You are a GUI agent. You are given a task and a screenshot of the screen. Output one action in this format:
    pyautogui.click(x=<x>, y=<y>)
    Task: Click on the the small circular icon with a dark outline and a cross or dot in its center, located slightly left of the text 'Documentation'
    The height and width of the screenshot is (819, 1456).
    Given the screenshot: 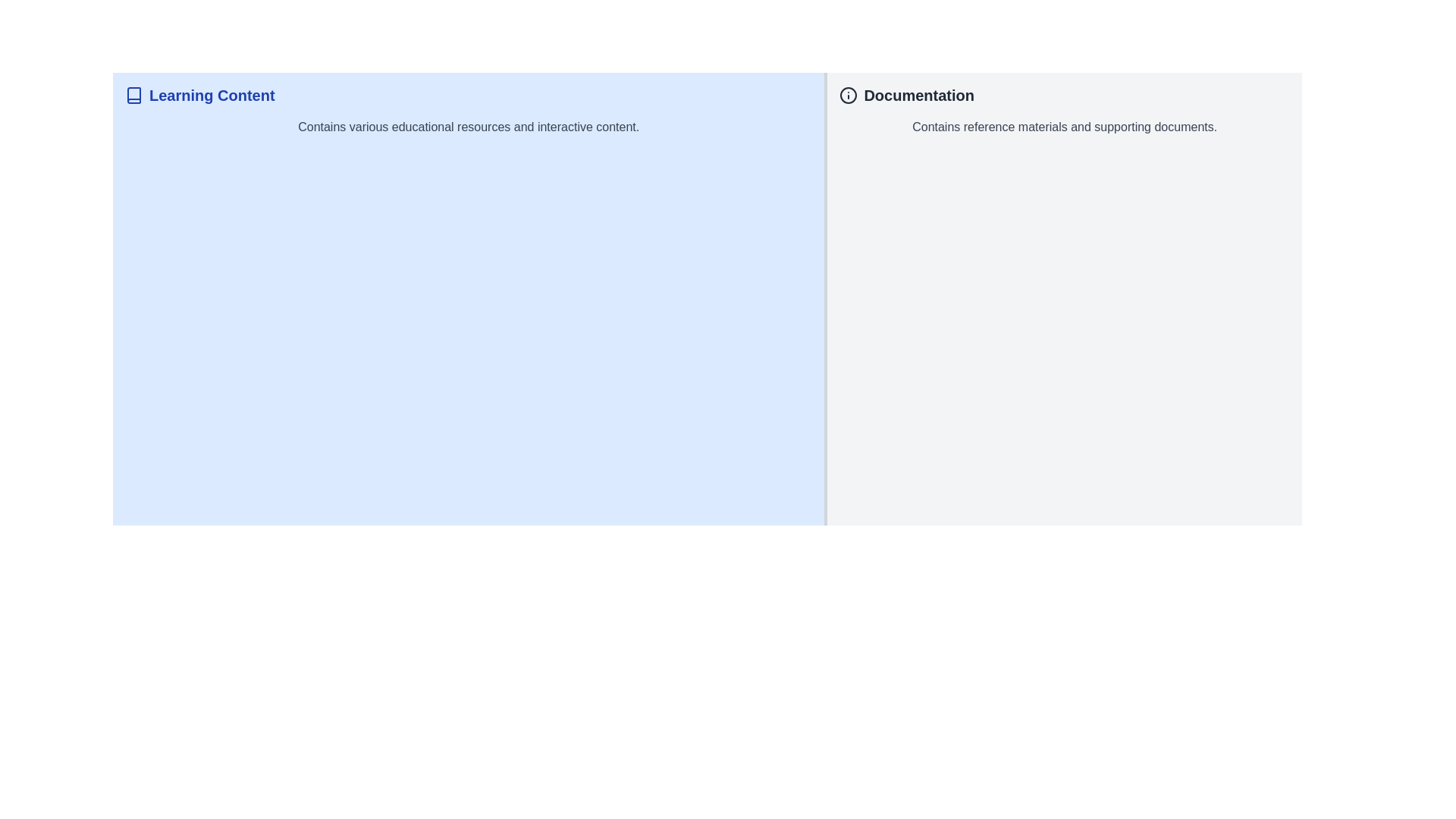 What is the action you would take?
    pyautogui.click(x=848, y=96)
    